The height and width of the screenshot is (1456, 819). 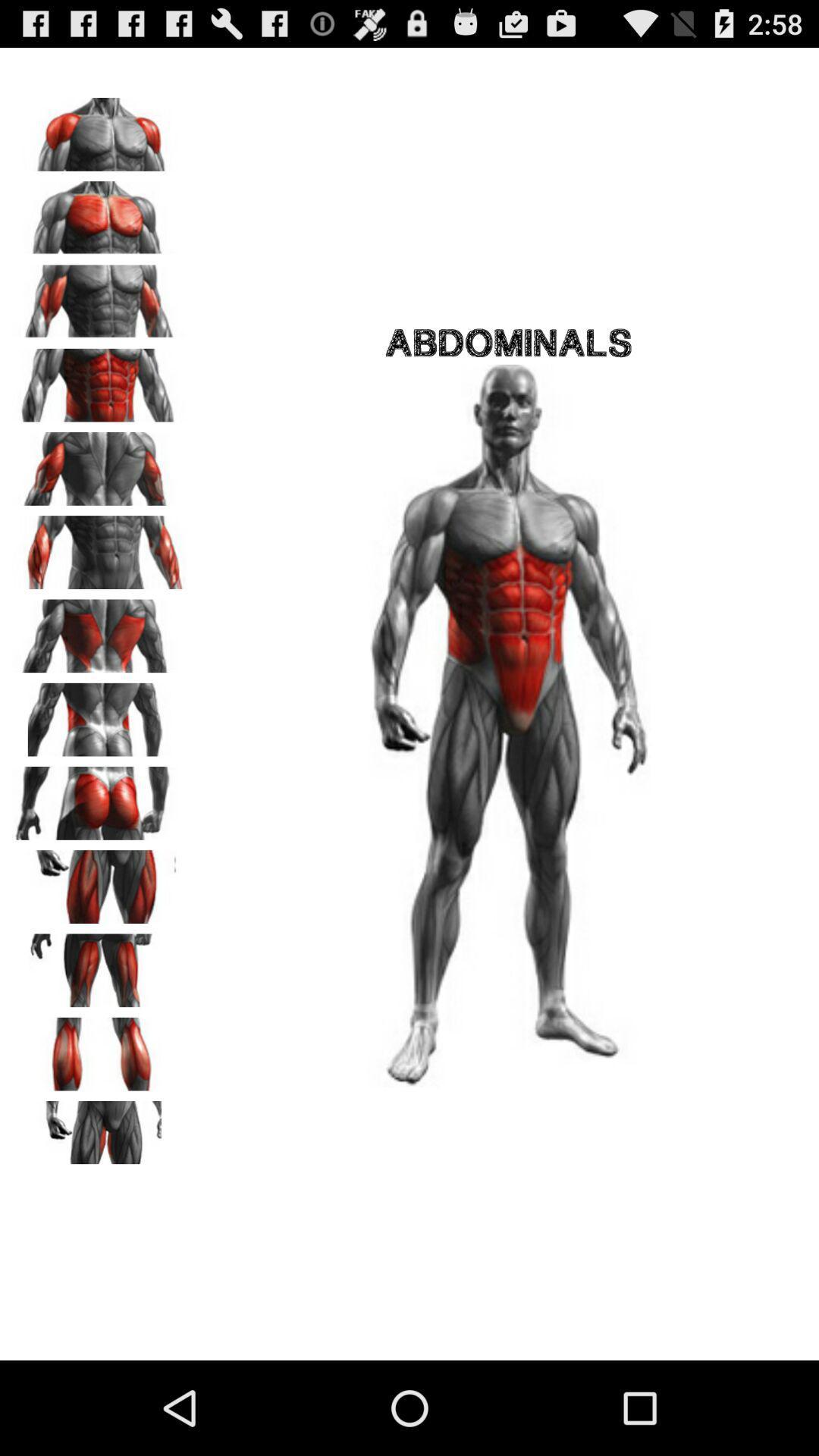 What do you see at coordinates (99, 212) in the screenshot?
I see `open chest workouts` at bounding box center [99, 212].